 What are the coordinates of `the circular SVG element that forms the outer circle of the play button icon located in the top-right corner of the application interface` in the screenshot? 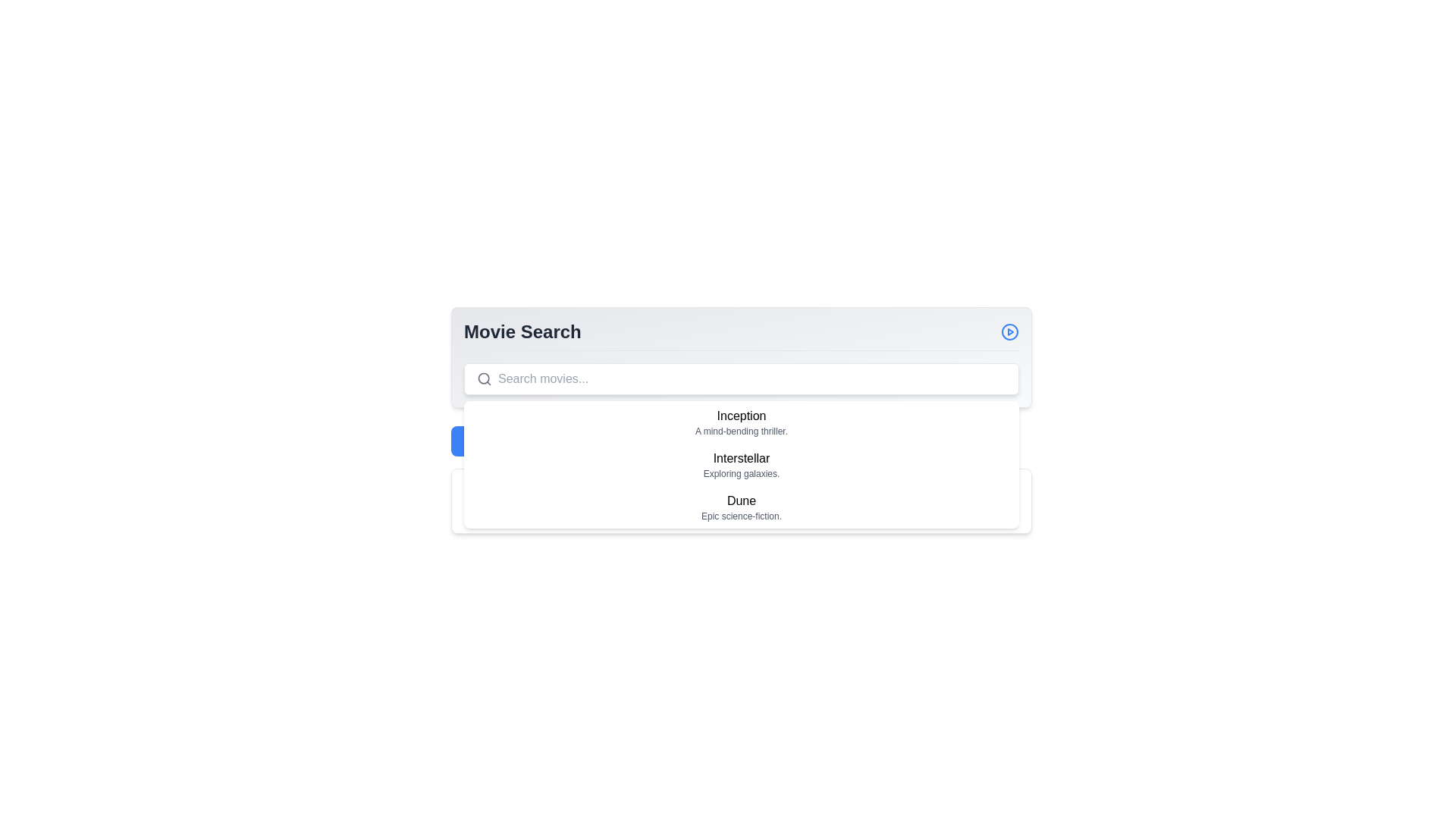 It's located at (1009, 331).